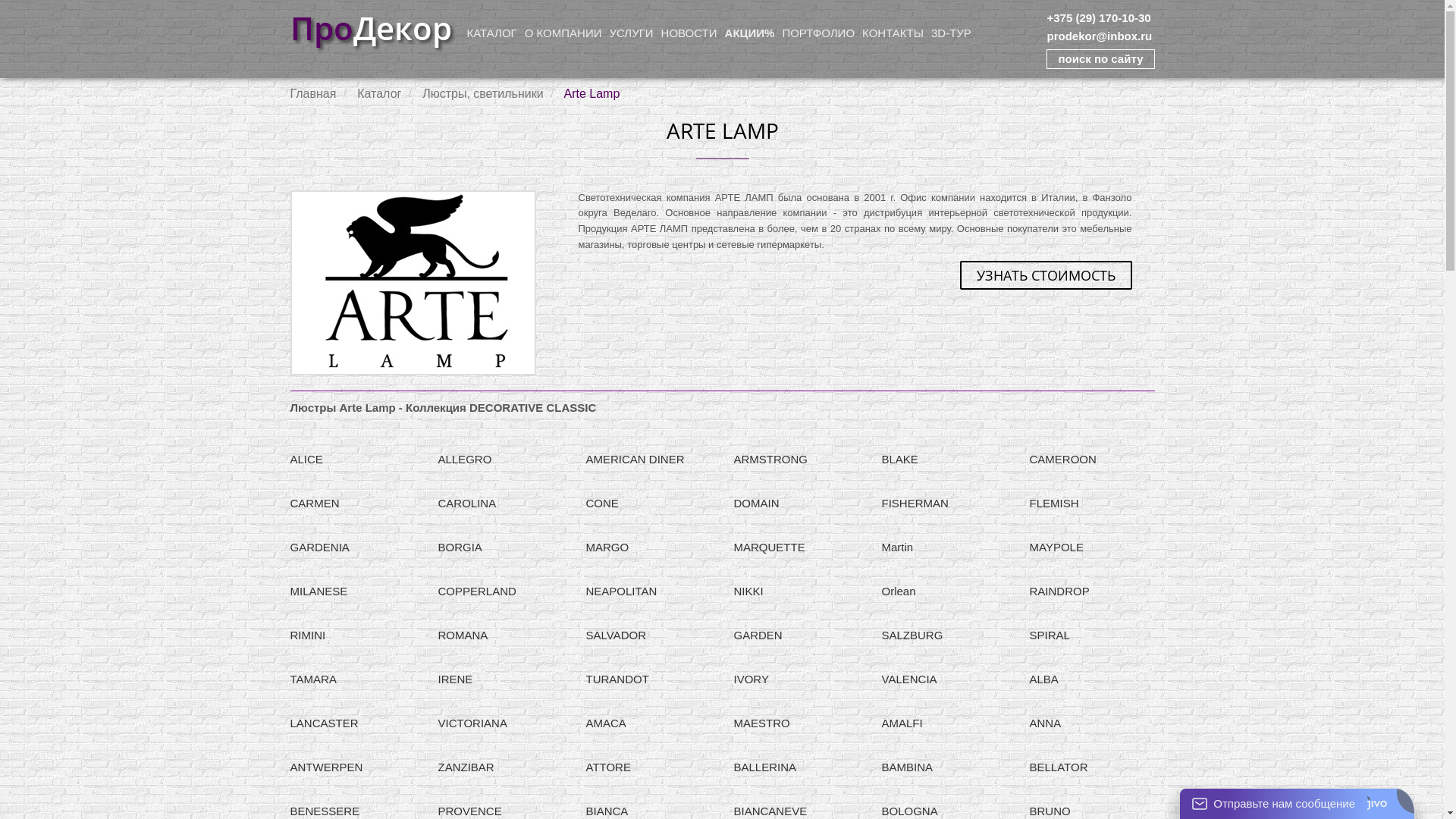 This screenshot has height=819, width=1456. Describe the element at coordinates (412, 283) in the screenshot. I see `'Arte Lamp'` at that location.